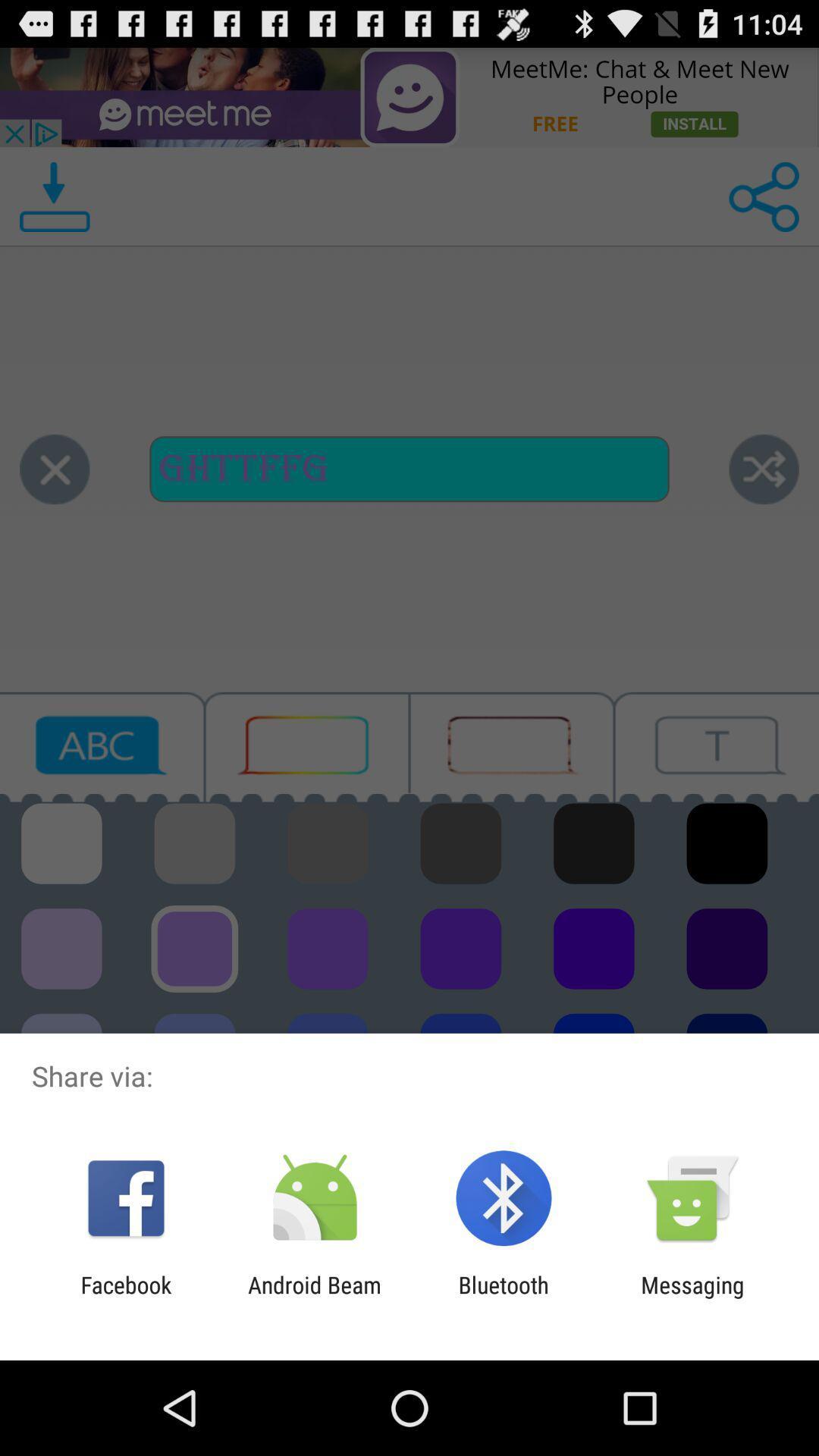 The width and height of the screenshot is (819, 1456). Describe the element at coordinates (504, 1298) in the screenshot. I see `bluetooth item` at that location.